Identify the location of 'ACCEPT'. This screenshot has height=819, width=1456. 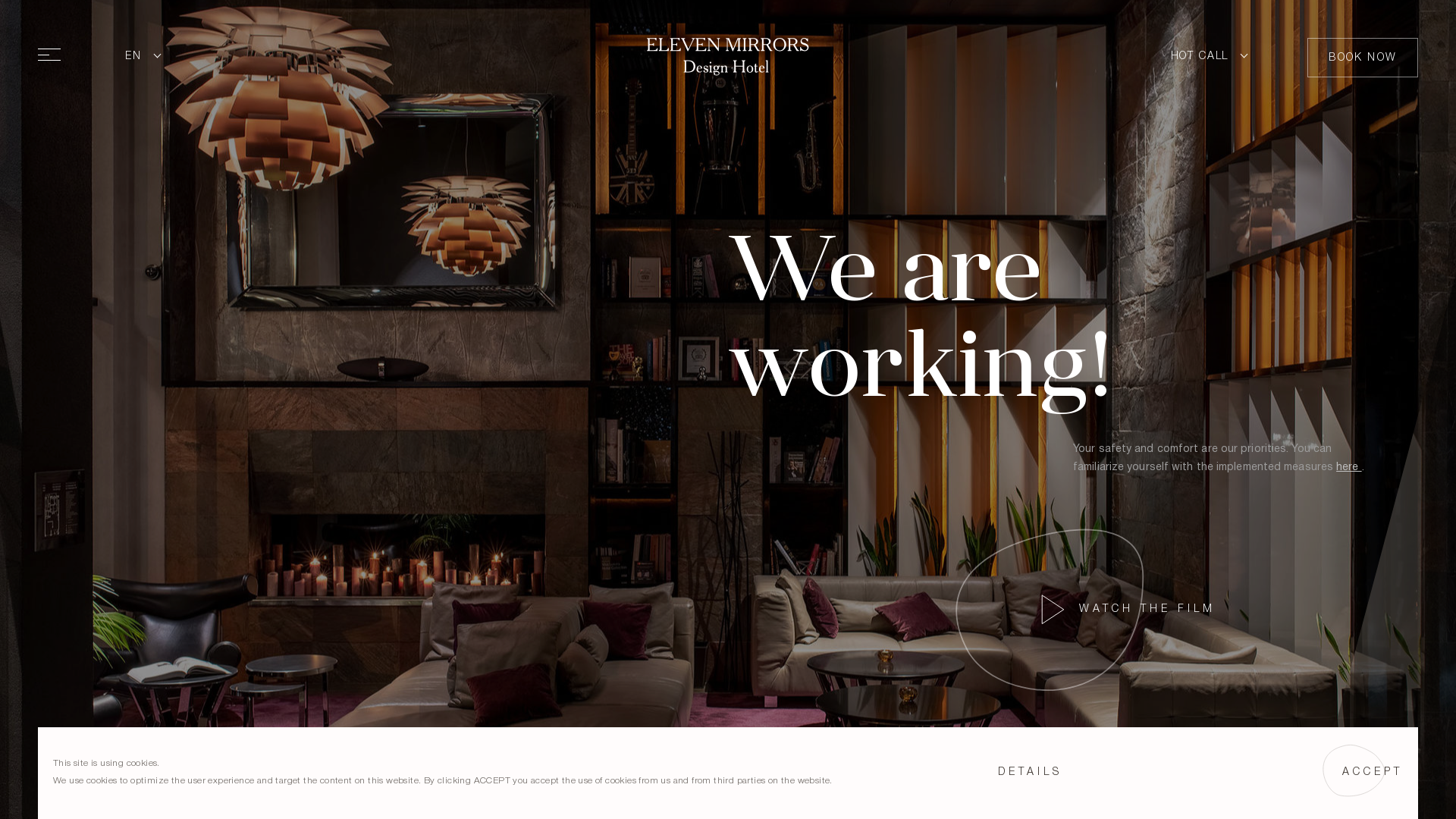
(1372, 772).